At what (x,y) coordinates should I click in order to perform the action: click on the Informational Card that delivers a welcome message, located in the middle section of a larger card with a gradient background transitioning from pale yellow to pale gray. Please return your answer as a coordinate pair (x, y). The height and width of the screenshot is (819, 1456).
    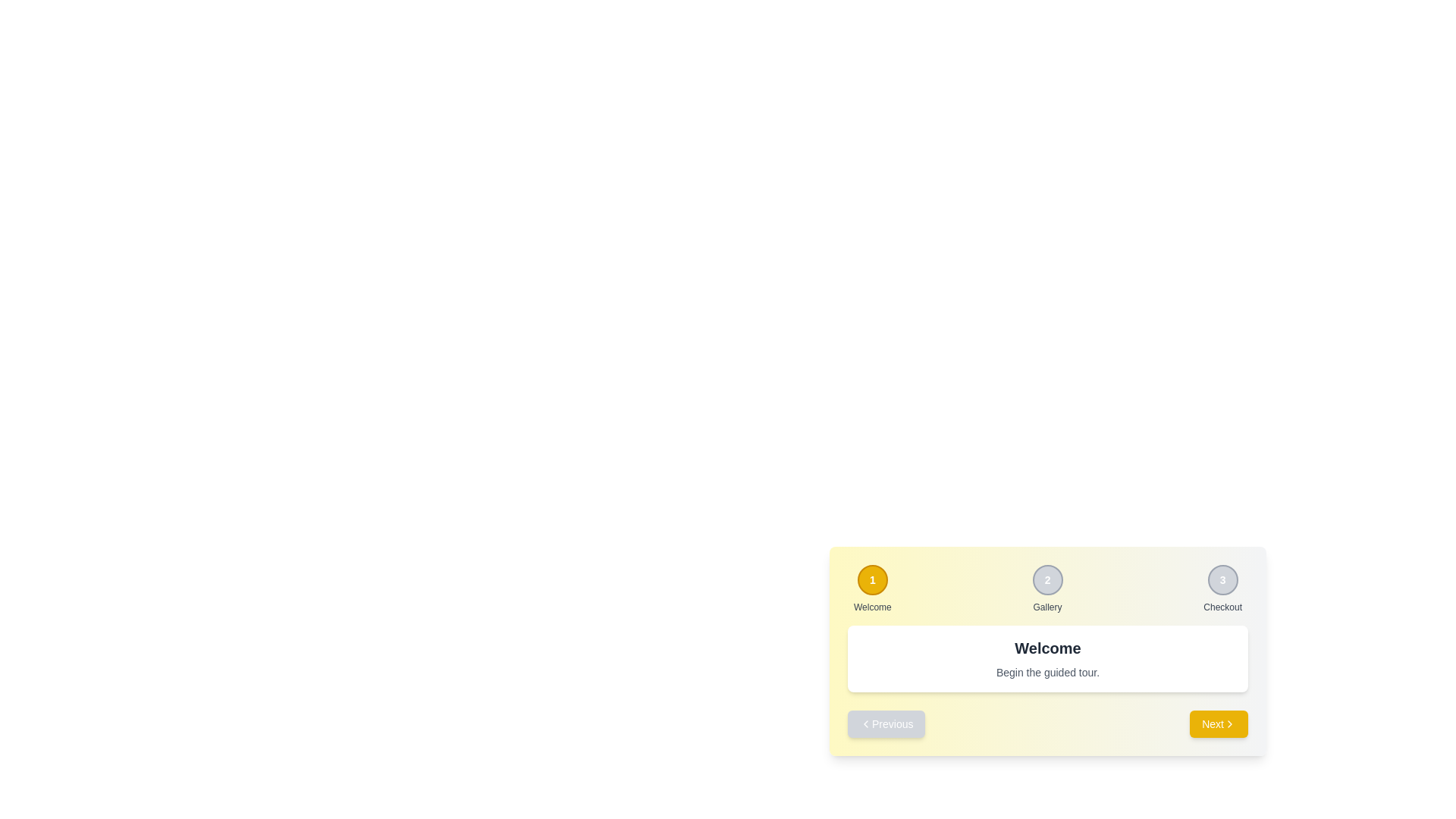
    Looking at the image, I should click on (1047, 657).